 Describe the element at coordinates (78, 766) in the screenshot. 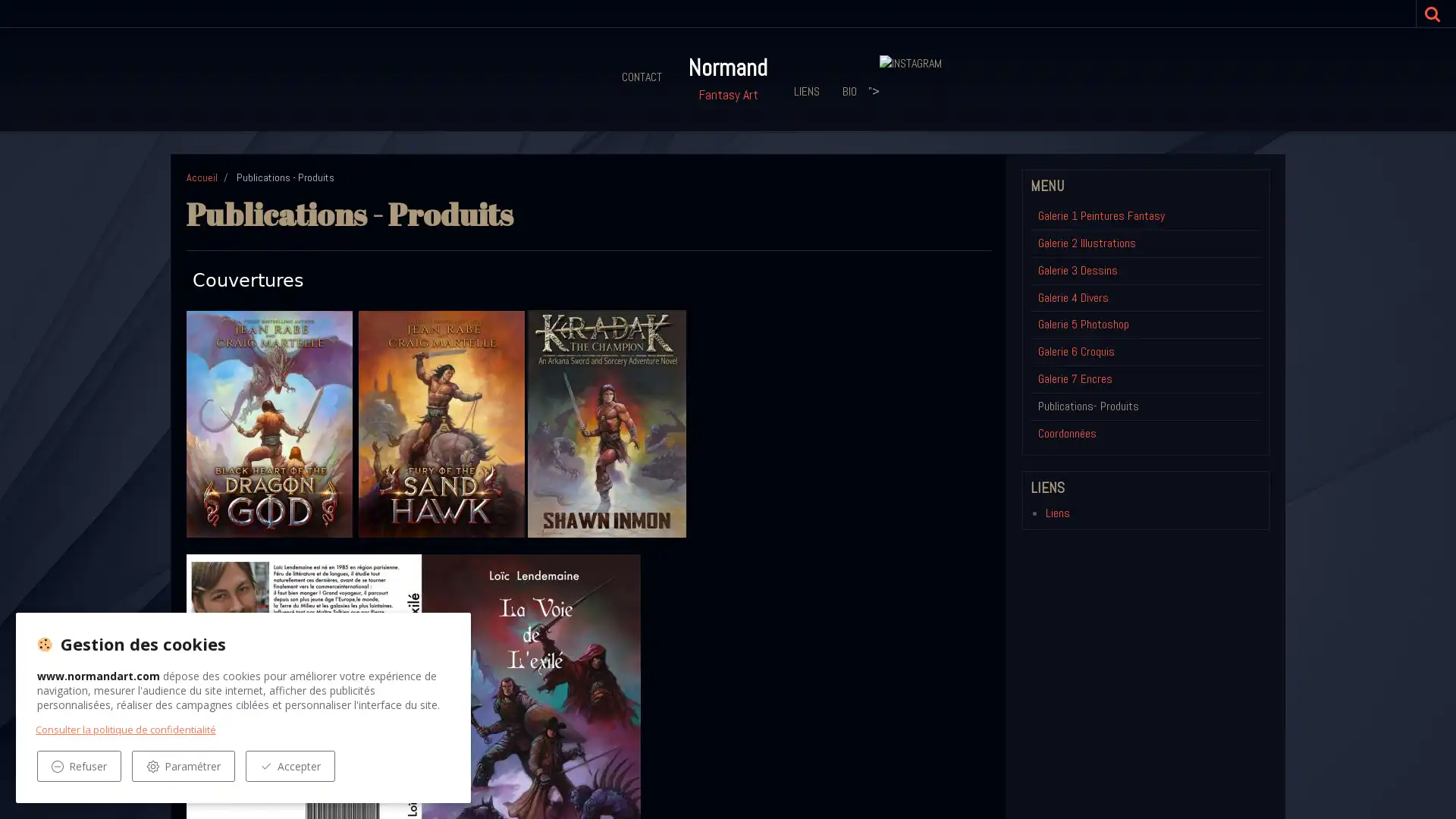

I see `Refuser` at that location.